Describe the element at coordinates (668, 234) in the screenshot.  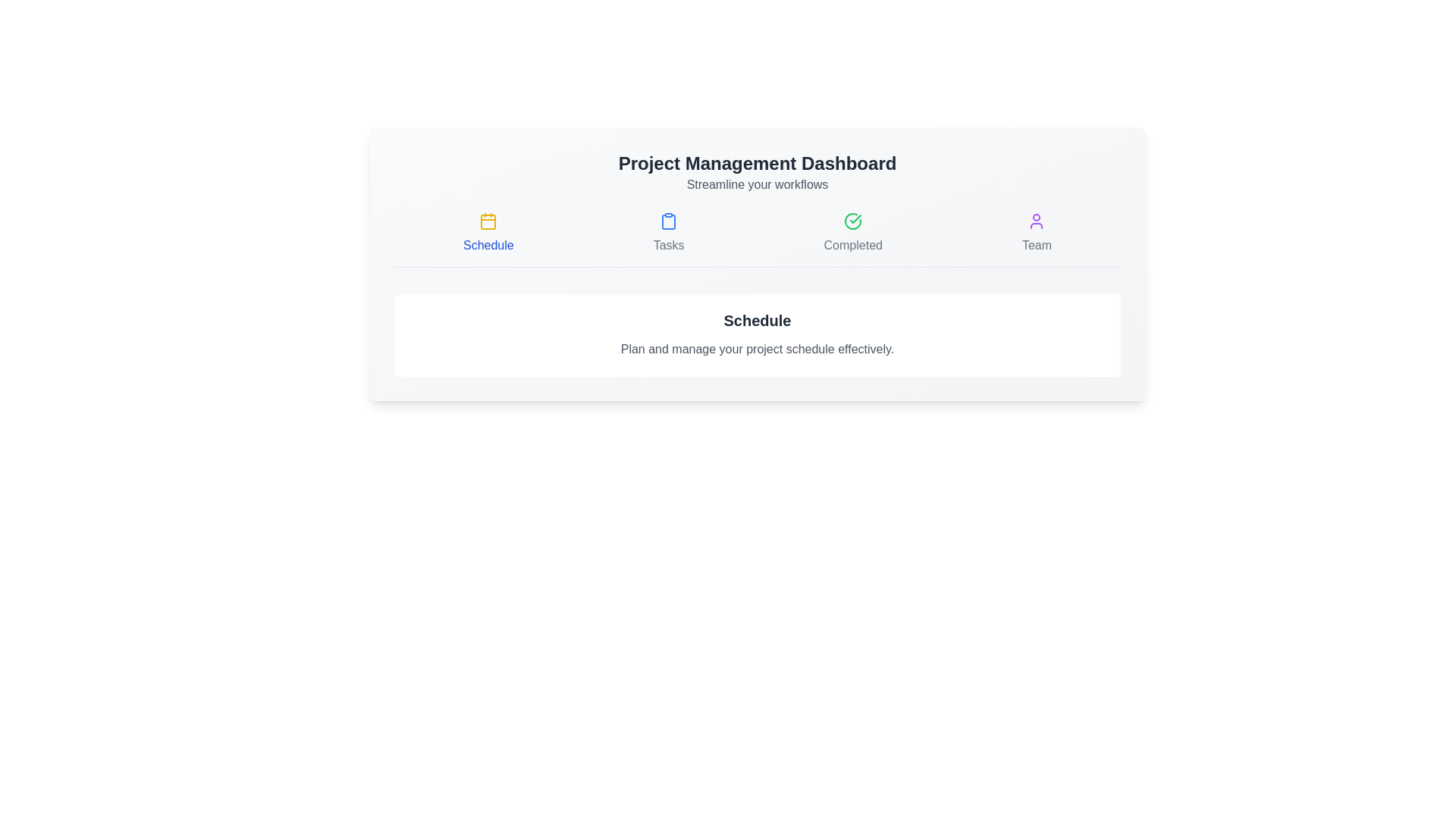
I see `the tab icon corresponding to Tasks` at that location.